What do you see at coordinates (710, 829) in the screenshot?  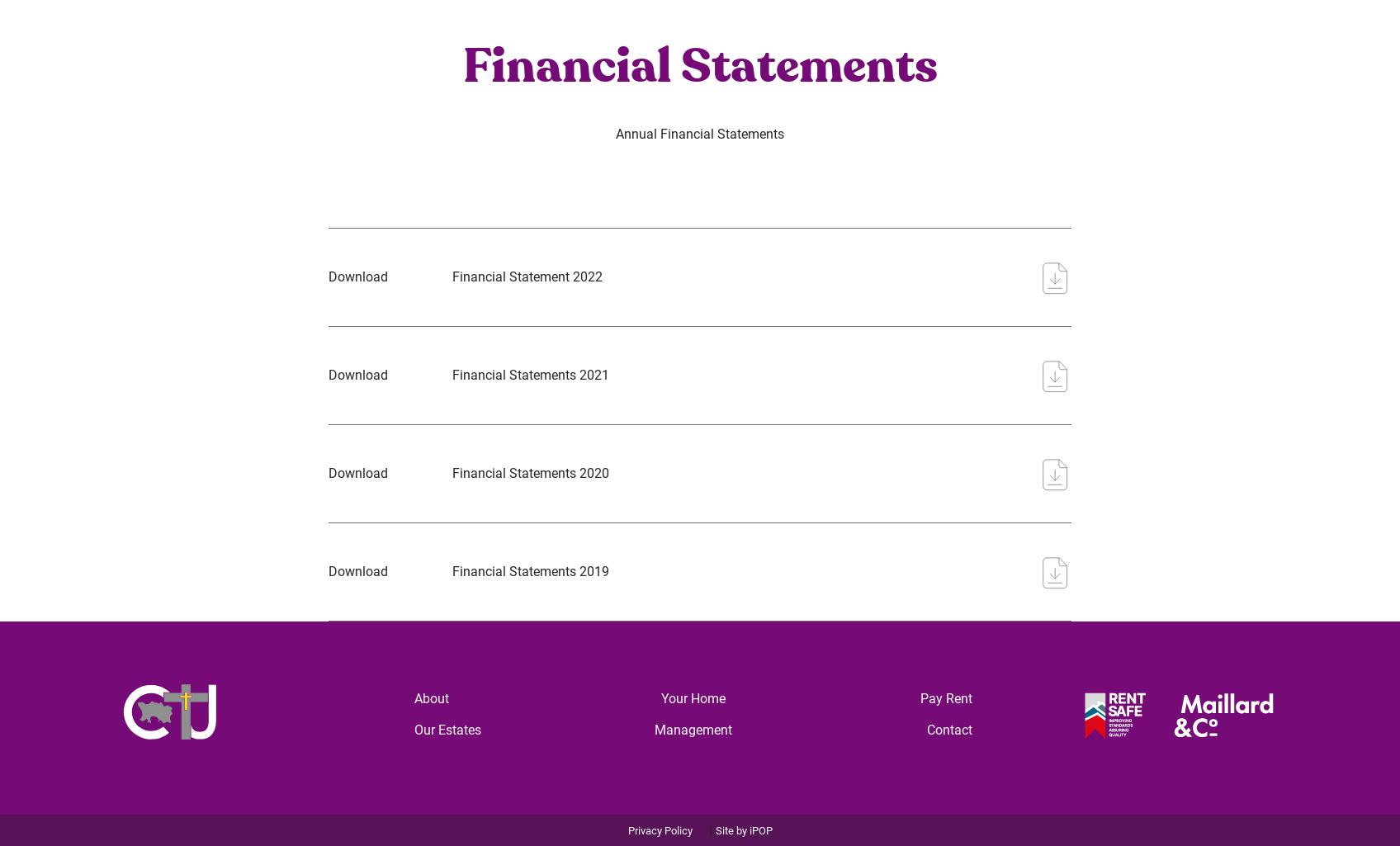 I see `'|'` at bounding box center [710, 829].